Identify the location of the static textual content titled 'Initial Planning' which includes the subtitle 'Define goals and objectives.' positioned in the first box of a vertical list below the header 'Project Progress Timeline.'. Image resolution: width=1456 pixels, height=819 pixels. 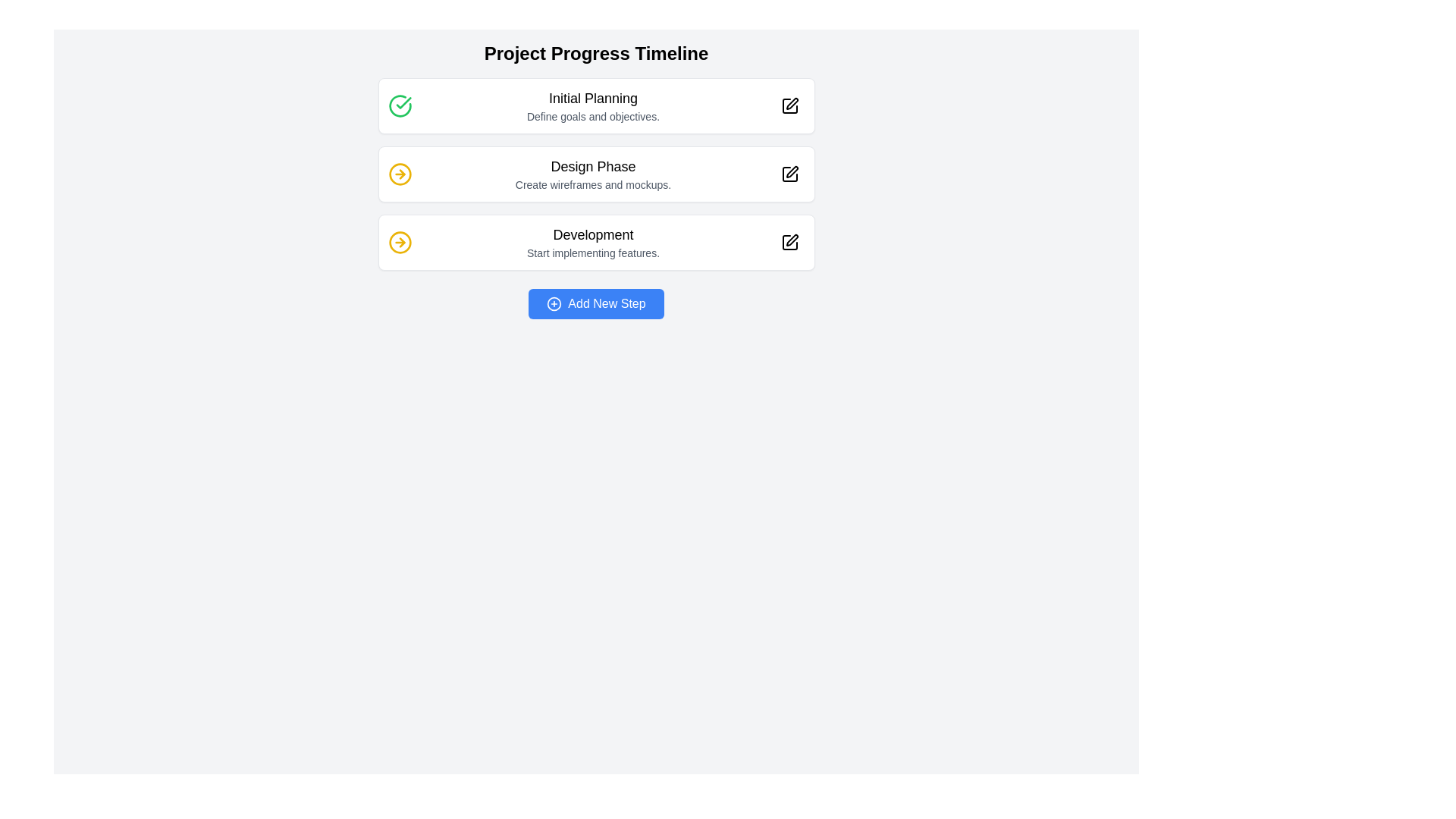
(592, 105).